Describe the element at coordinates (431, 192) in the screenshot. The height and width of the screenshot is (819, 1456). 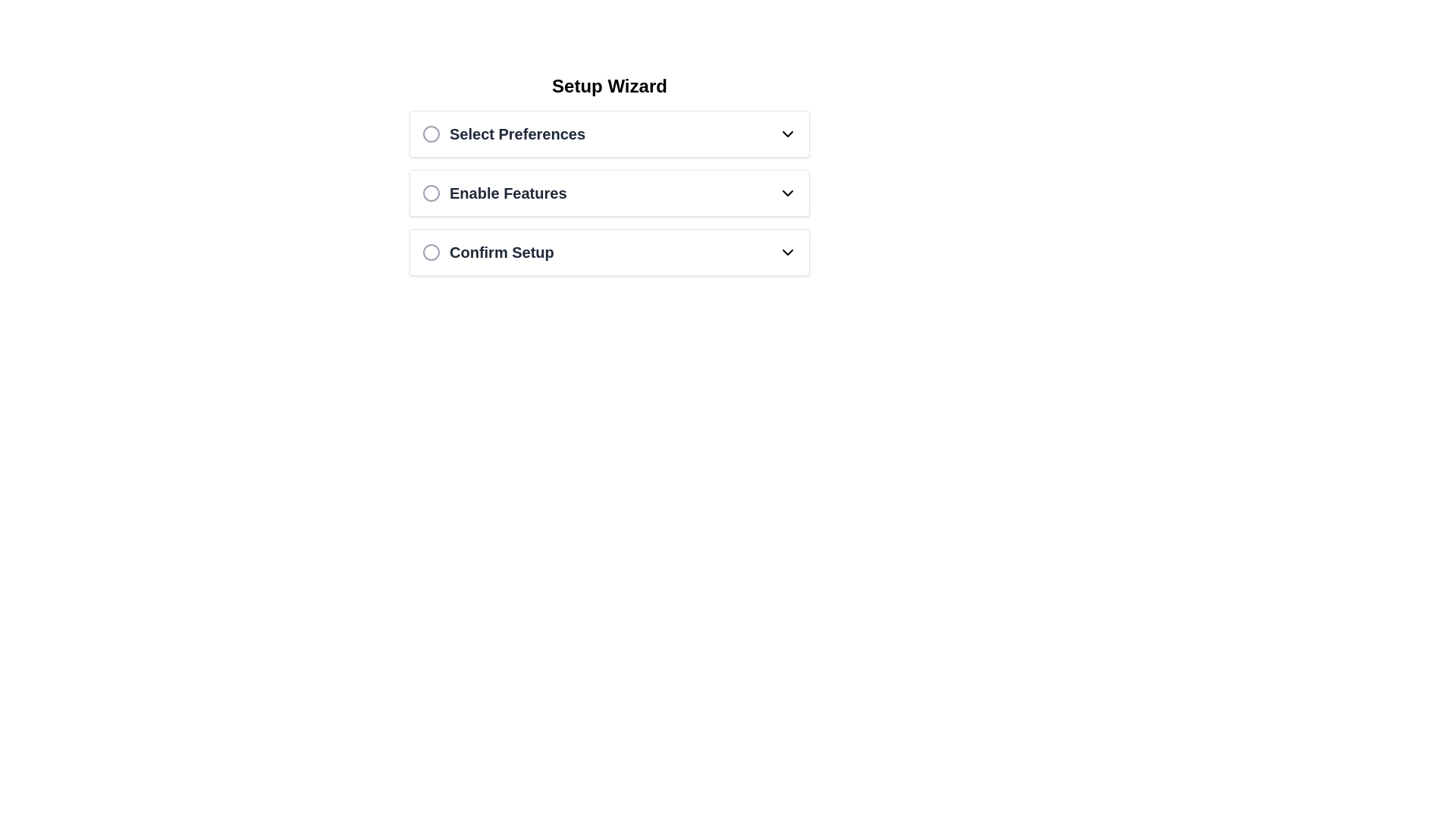
I see `the unselected radio button to the left of the 'Enable Features' text in the second row of the vertical list layout` at that location.